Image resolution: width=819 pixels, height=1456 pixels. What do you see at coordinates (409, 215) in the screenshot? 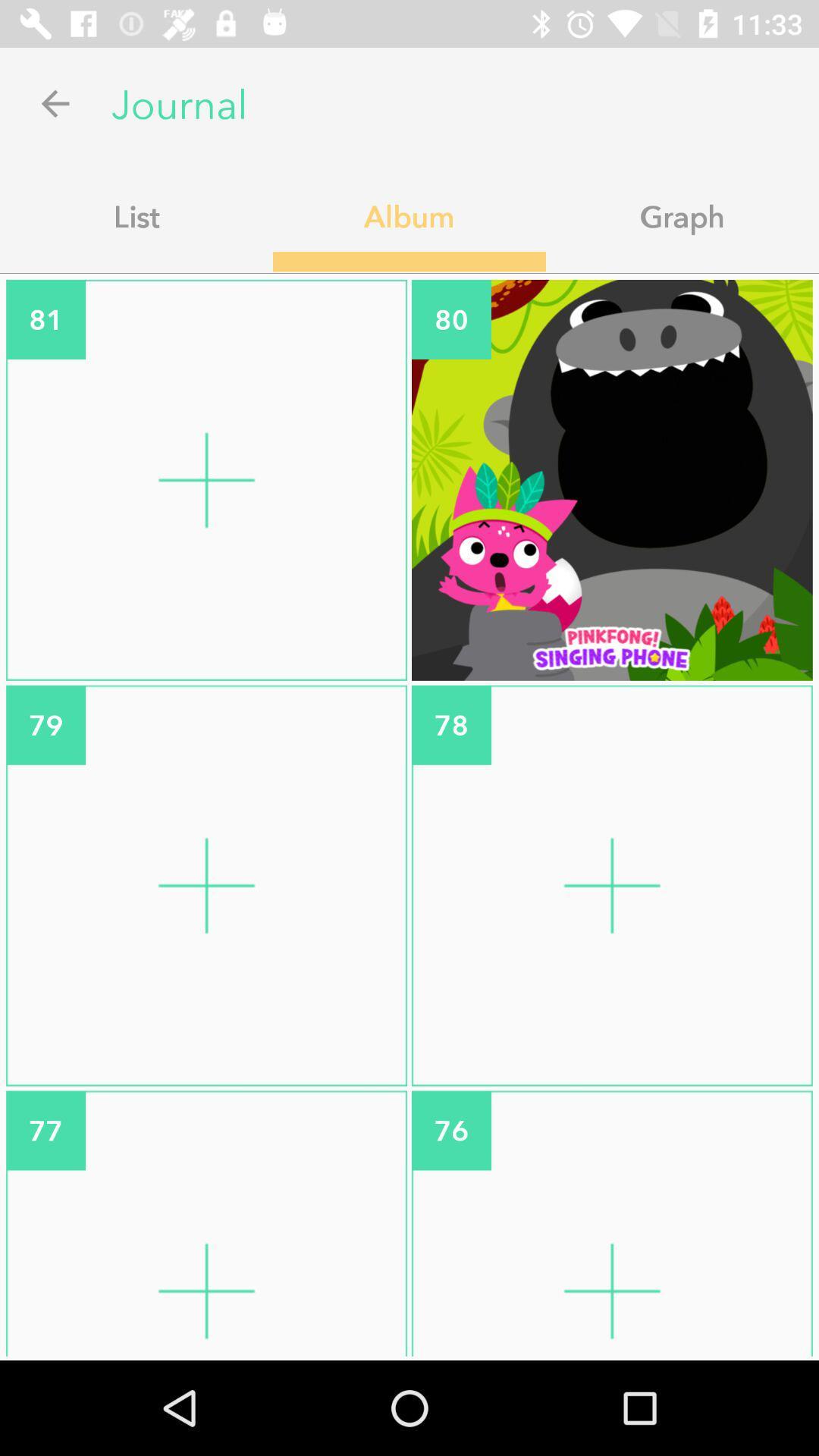
I see `album icon` at bounding box center [409, 215].